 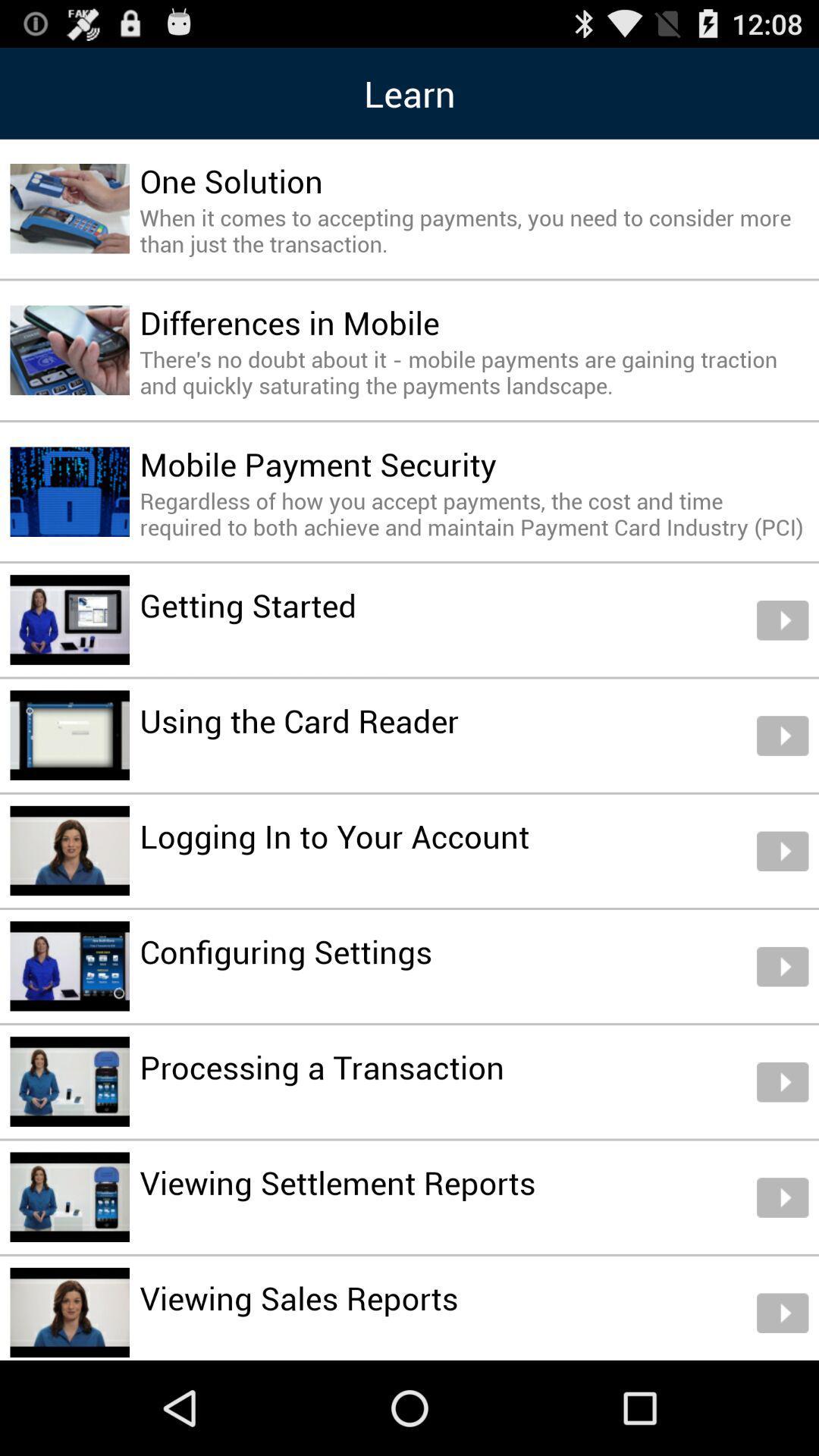 What do you see at coordinates (473, 372) in the screenshot?
I see `the there s no item` at bounding box center [473, 372].